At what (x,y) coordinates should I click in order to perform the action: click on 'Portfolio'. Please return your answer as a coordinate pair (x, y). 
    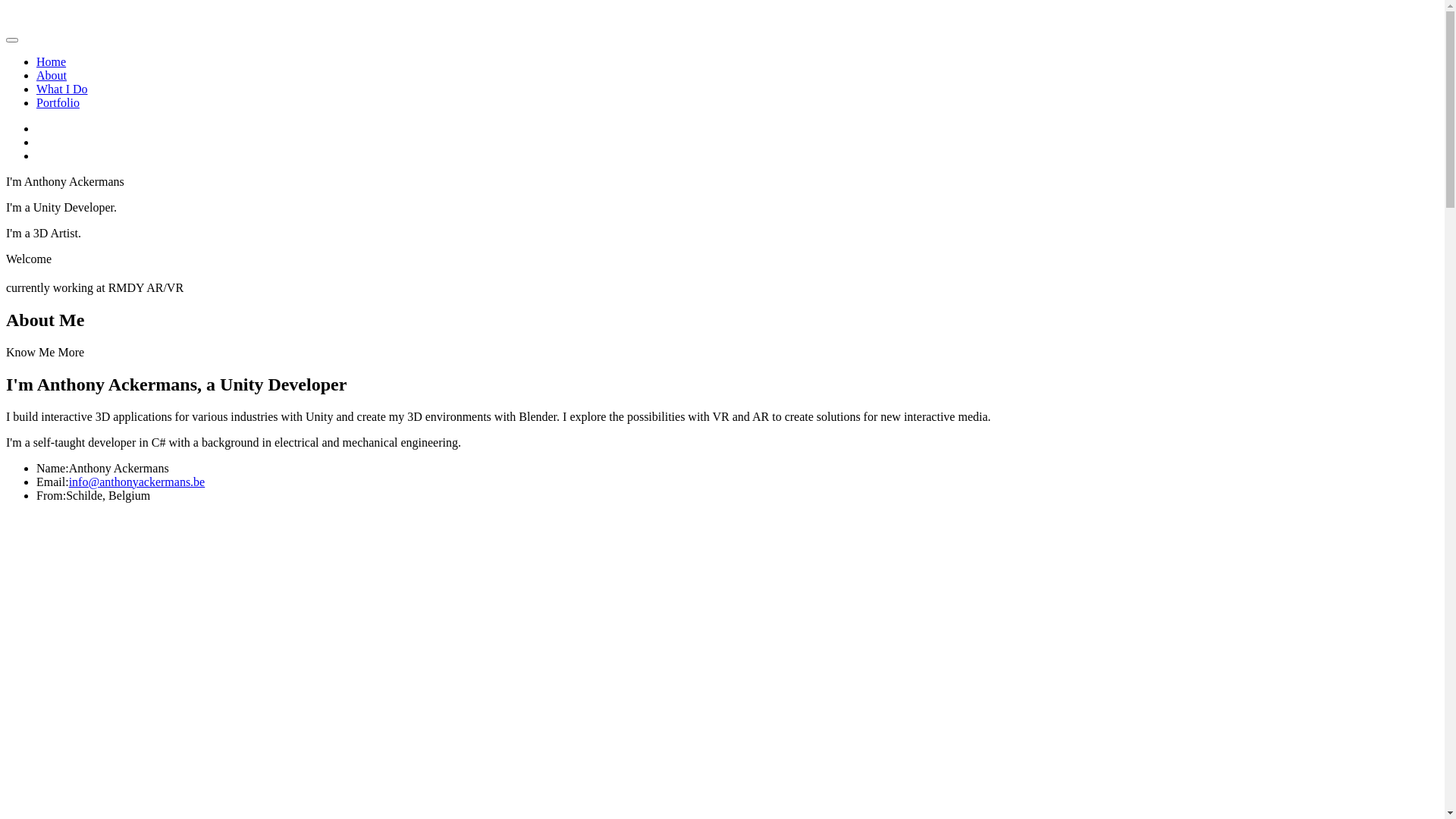
    Looking at the image, I should click on (36, 102).